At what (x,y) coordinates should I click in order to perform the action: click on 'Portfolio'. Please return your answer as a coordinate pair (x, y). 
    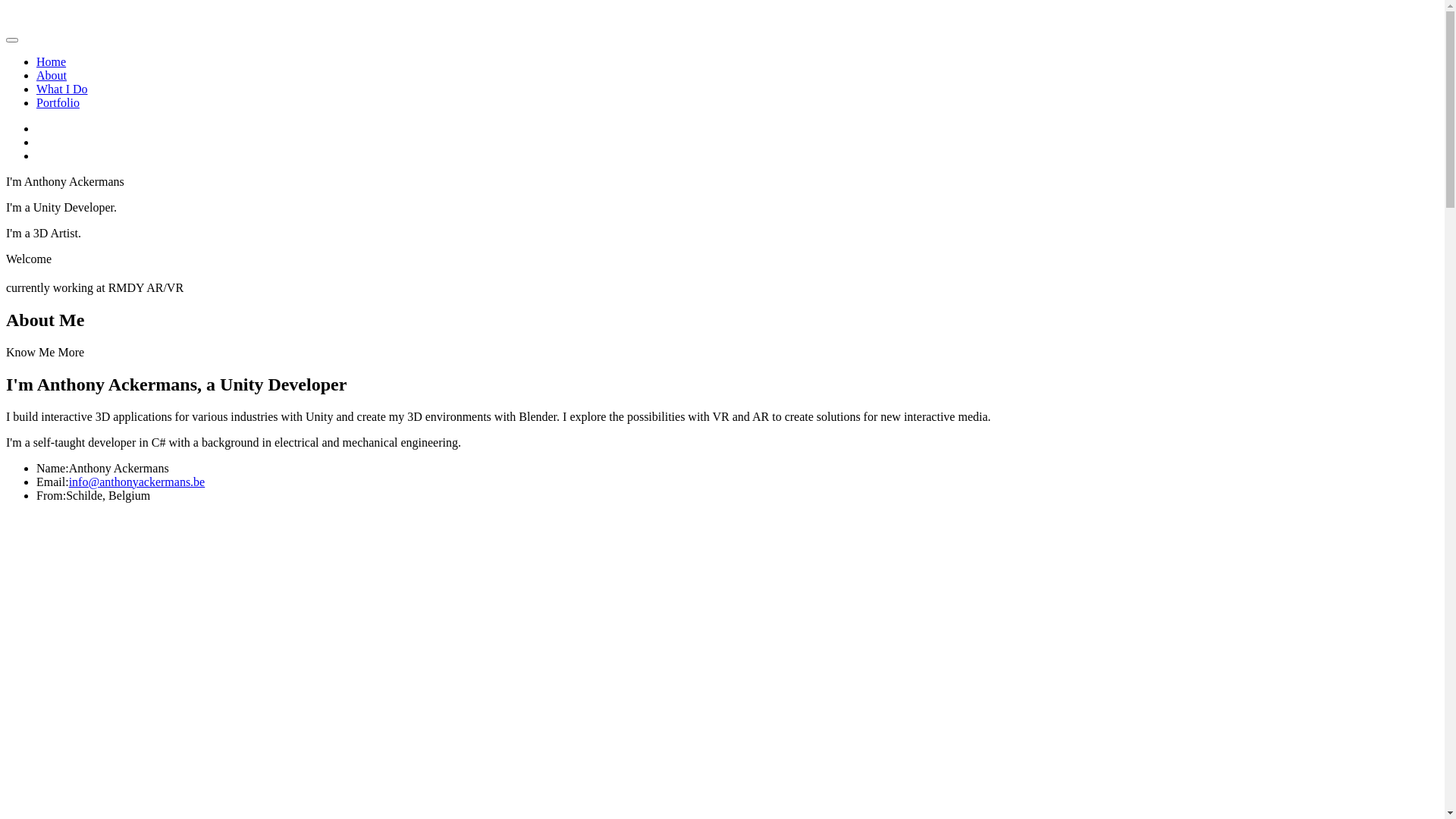
    Looking at the image, I should click on (36, 102).